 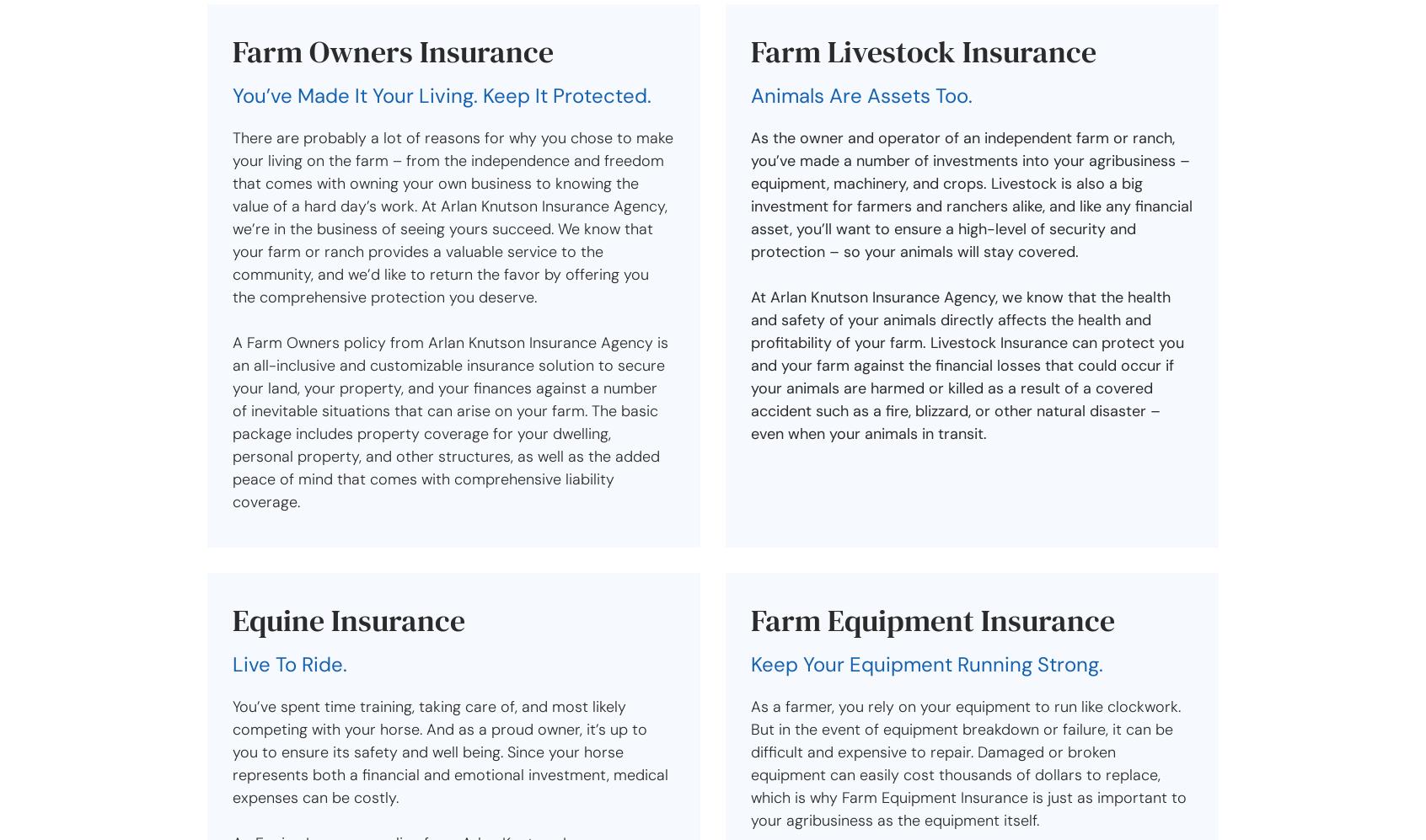 I want to click on 'ers Insurance', so click(x=462, y=51).